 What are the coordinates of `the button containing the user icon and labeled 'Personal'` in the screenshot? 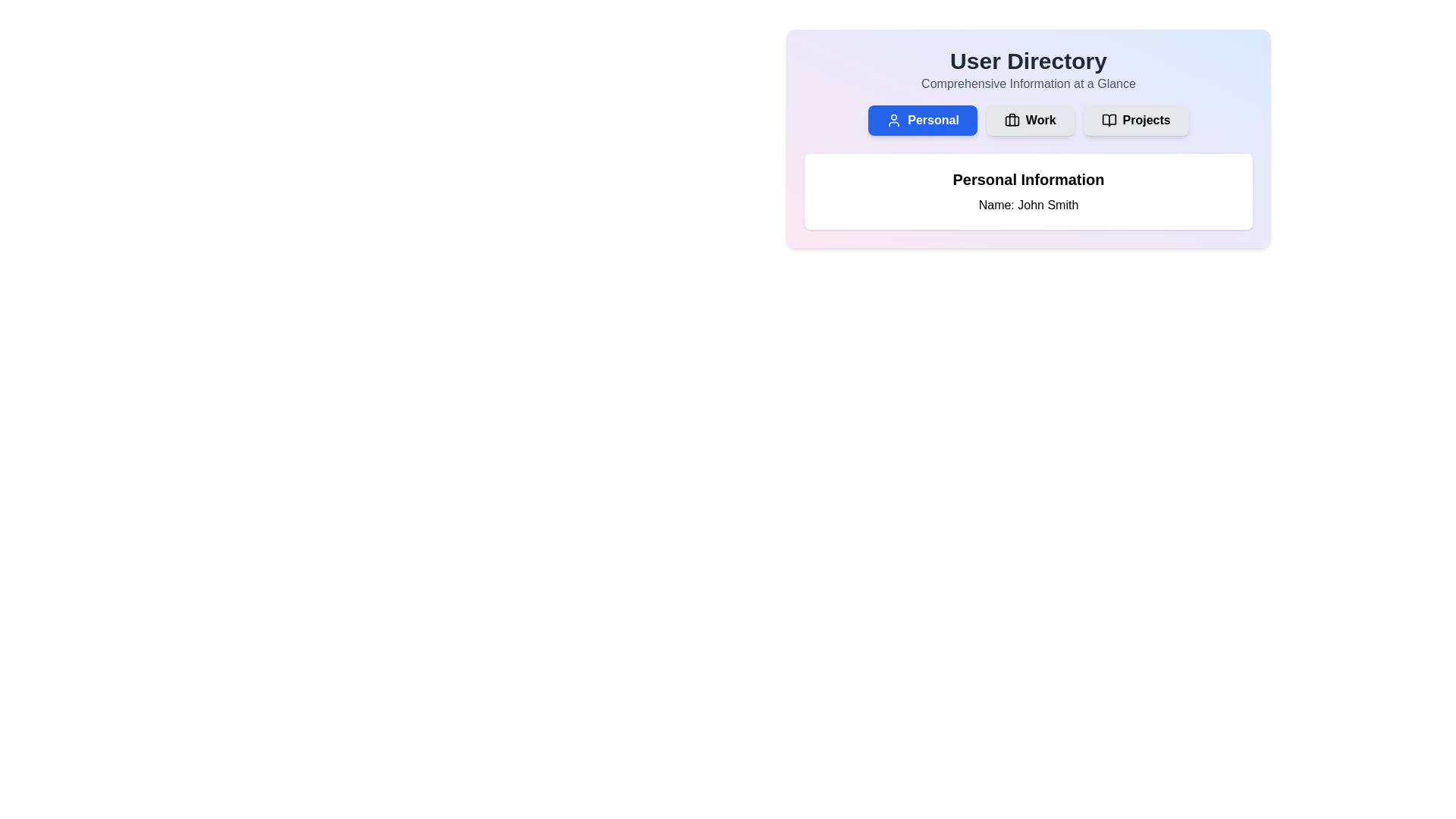 It's located at (894, 119).